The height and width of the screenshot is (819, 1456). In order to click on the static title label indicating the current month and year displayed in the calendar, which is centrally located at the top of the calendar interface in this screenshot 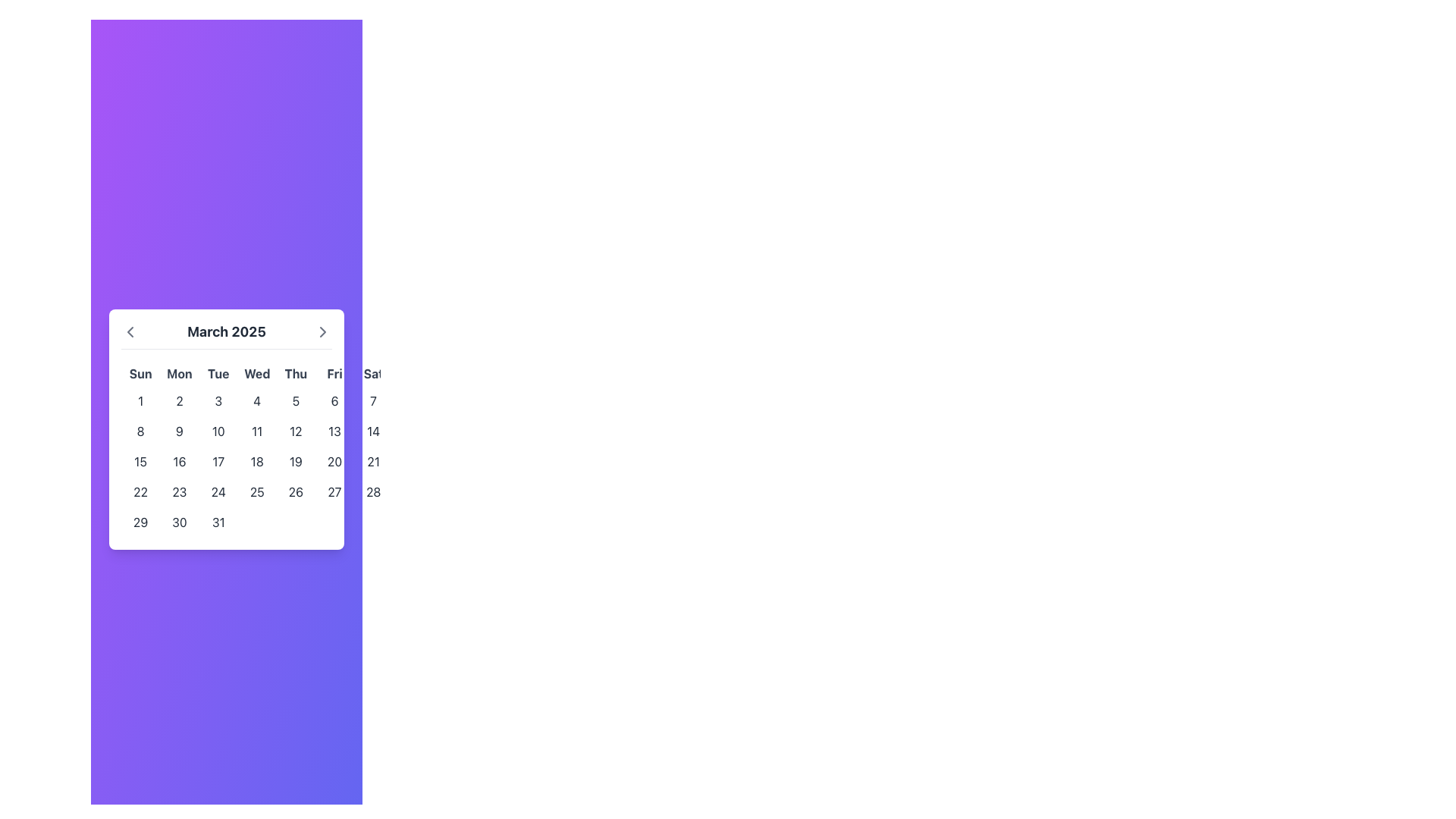, I will do `click(225, 331)`.